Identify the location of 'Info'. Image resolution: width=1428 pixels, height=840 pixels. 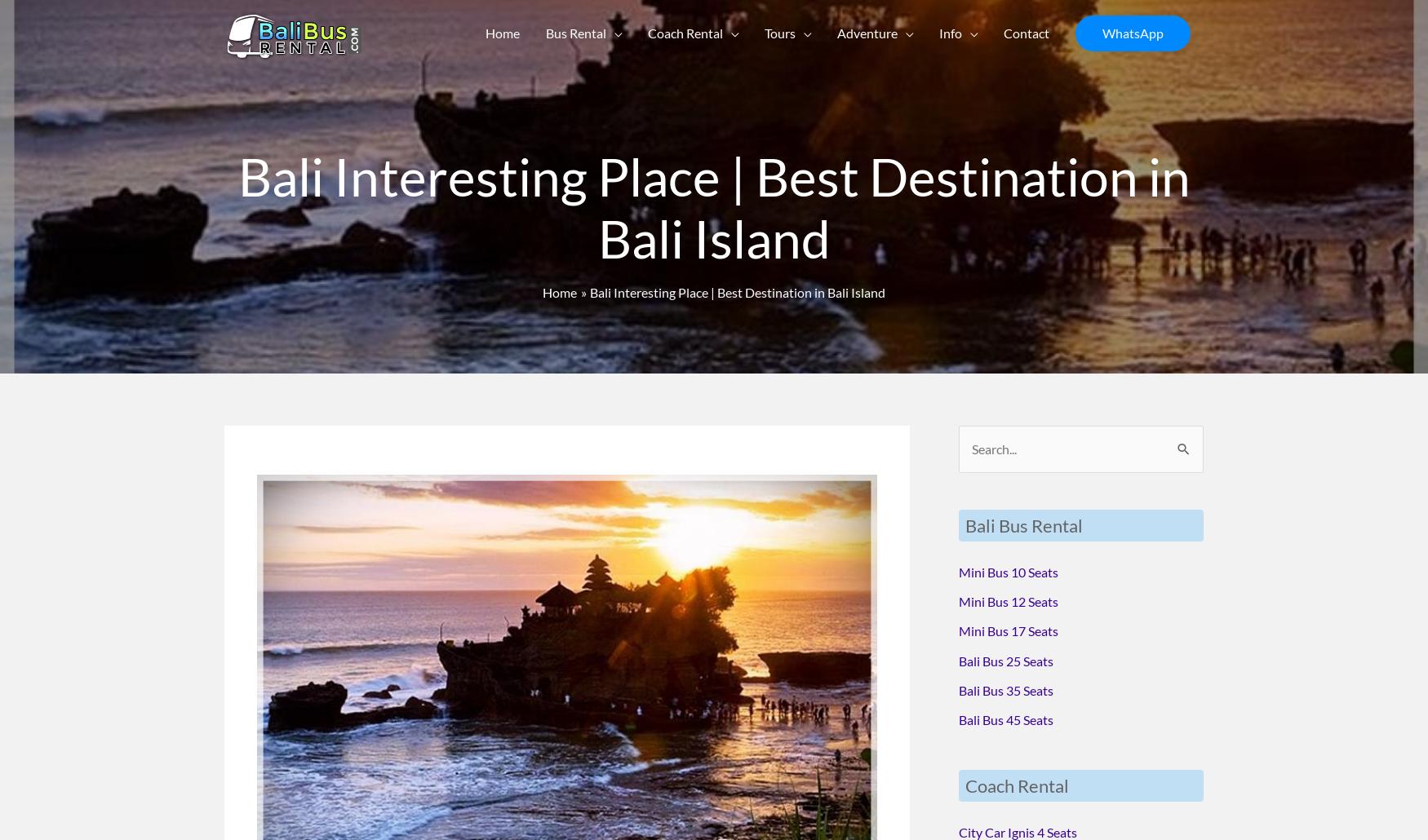
(948, 36).